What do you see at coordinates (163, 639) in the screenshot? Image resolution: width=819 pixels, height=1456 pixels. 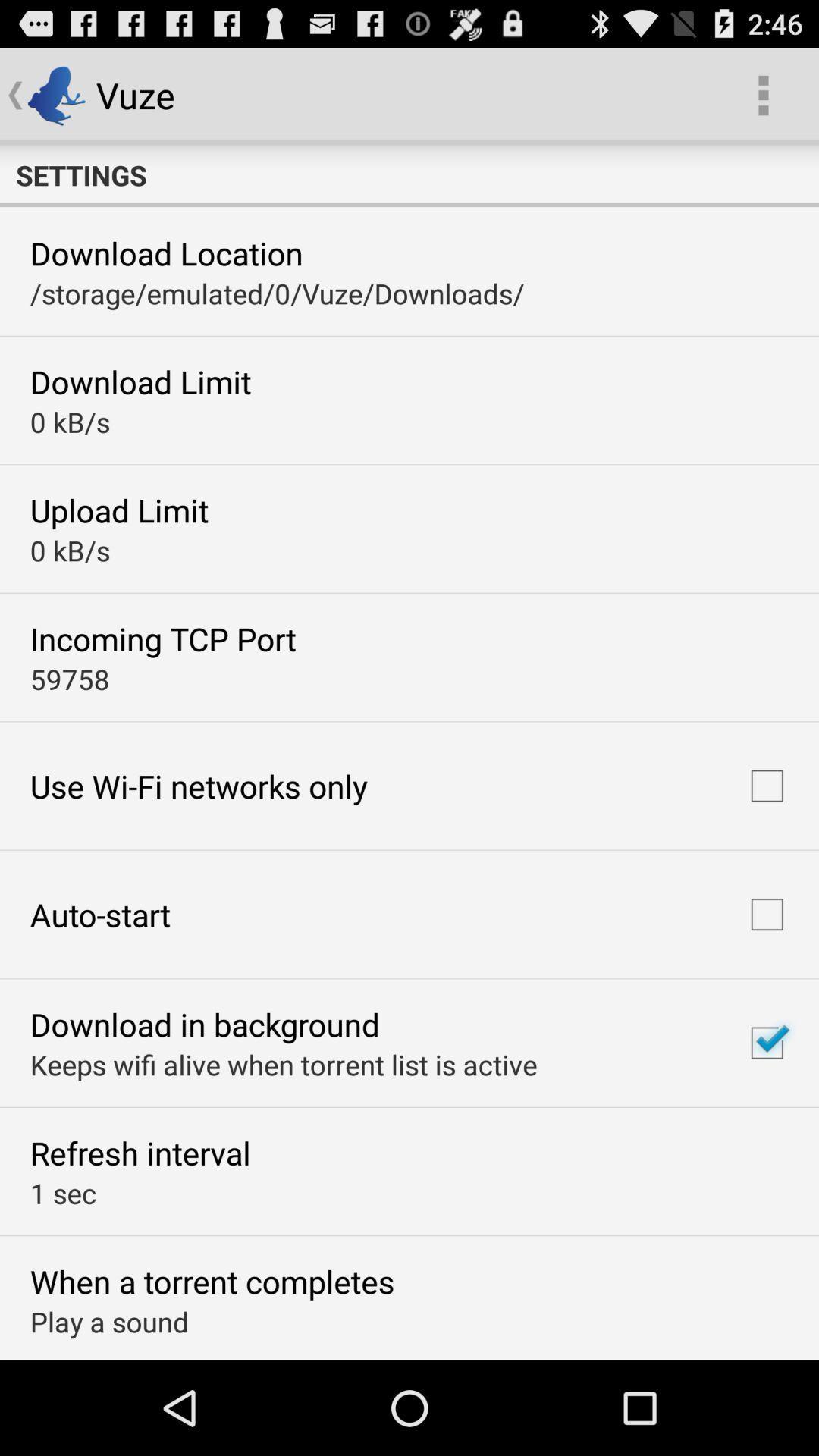 I see `the item below the 0 kb/s` at bounding box center [163, 639].